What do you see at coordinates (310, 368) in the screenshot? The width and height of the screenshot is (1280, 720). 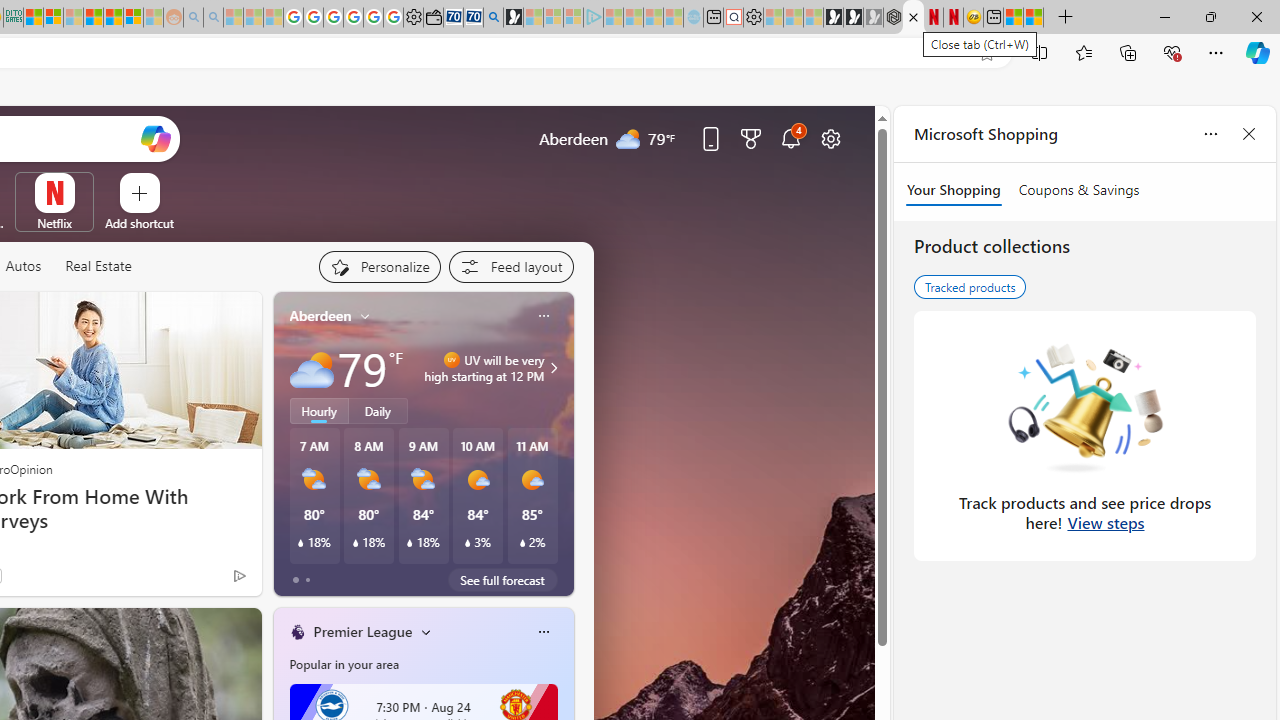 I see `'Mostly cloudy'` at bounding box center [310, 368].